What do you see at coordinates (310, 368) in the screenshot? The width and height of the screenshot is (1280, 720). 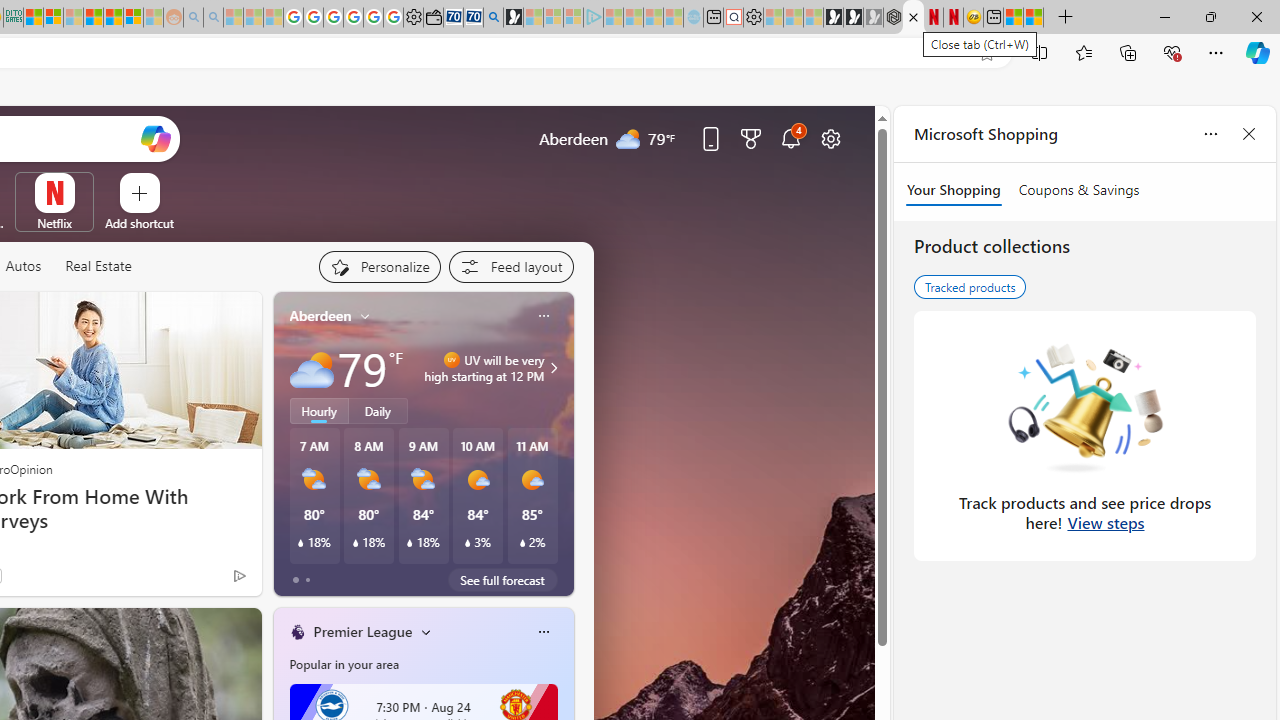 I see `'Mostly cloudy'` at bounding box center [310, 368].